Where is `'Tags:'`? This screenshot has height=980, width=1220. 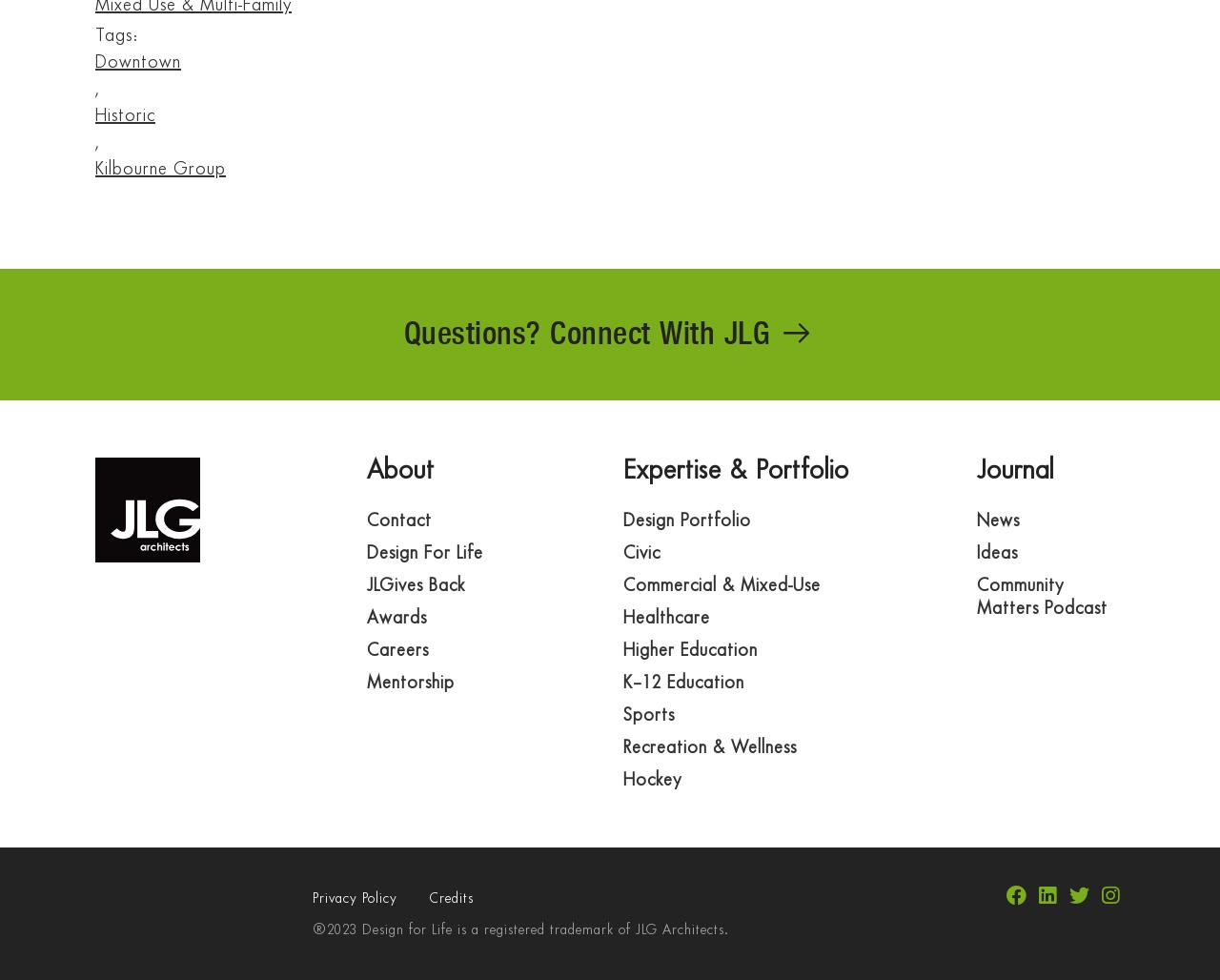 'Tags:' is located at coordinates (93, 35).